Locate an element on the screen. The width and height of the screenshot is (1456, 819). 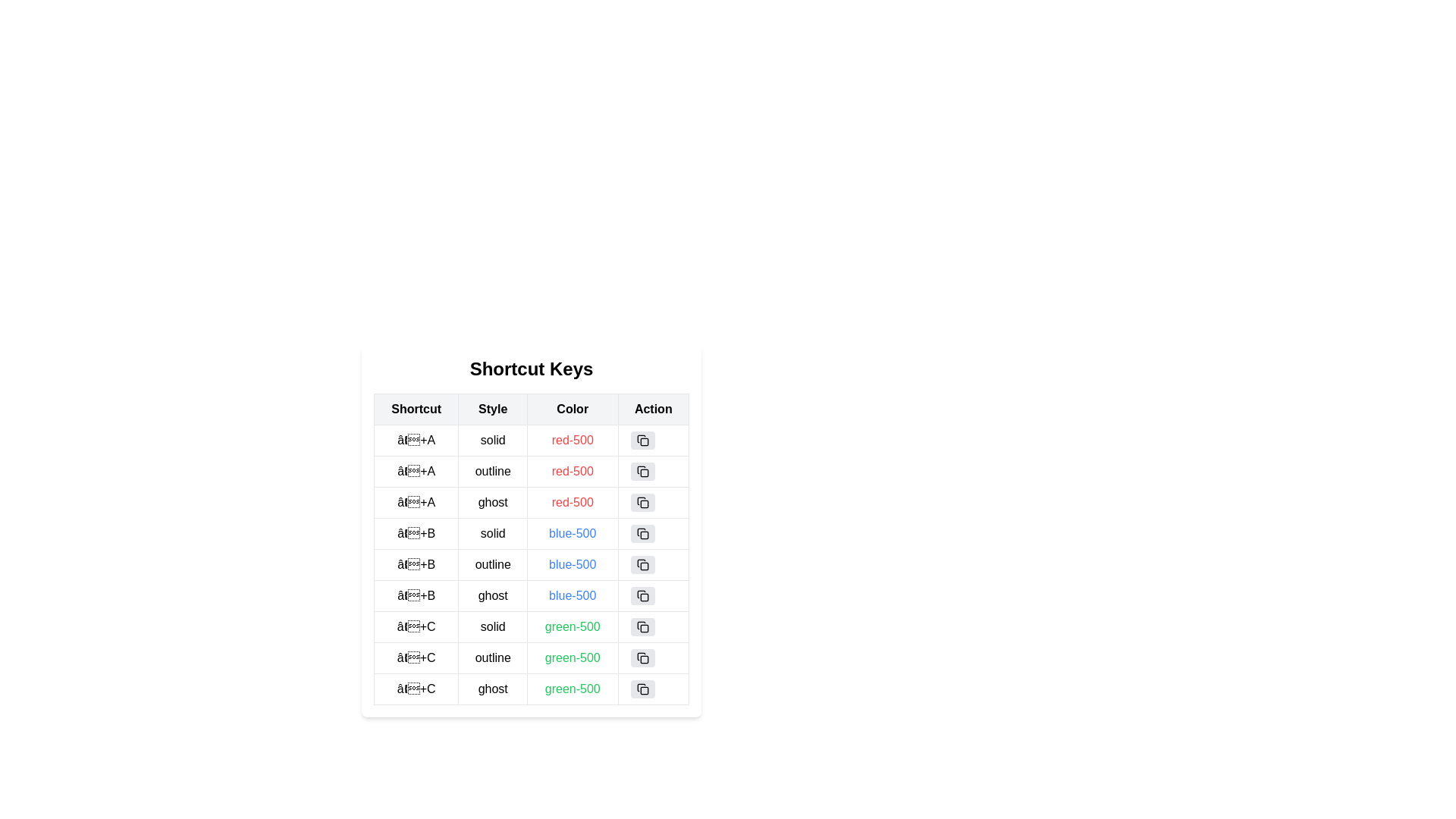
the text content from the table cell in the fifth row under the 'Style' column that contains the text 'outline' is located at coordinates (531, 549).